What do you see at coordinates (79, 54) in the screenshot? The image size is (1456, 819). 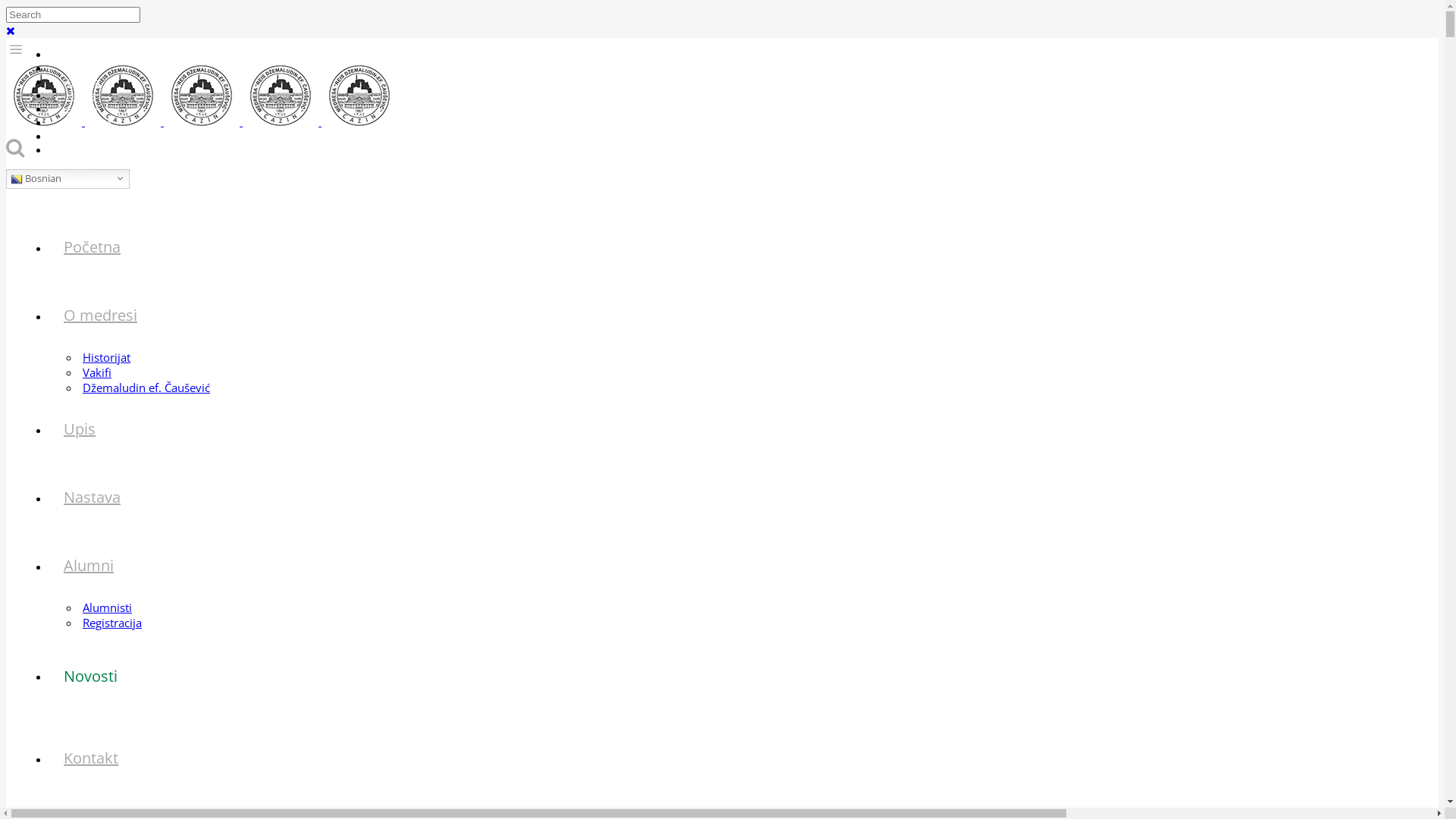 I see `'eDnevnik'` at bounding box center [79, 54].